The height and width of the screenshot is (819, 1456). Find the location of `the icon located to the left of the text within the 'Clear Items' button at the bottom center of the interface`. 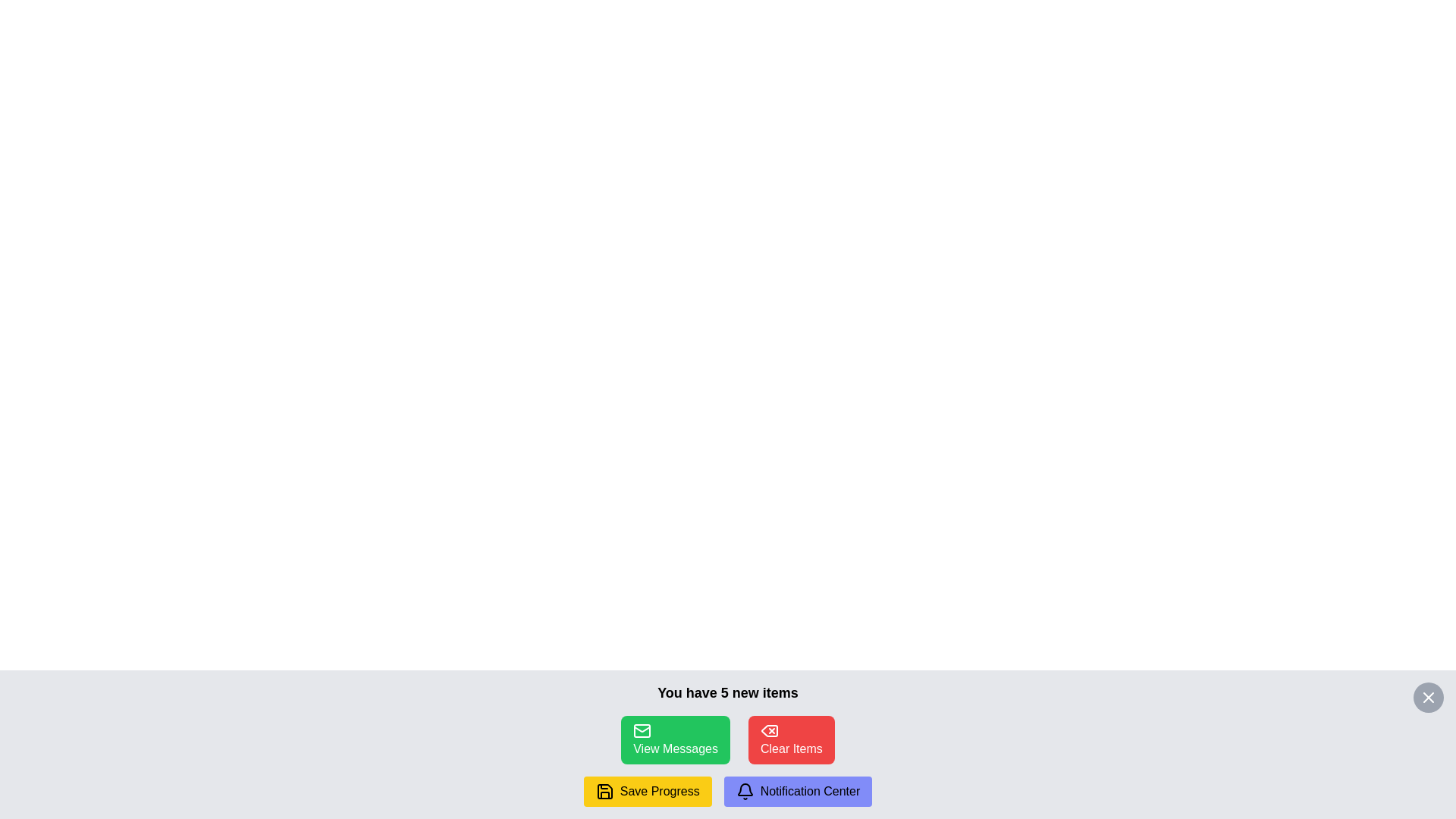

the icon located to the left of the text within the 'Clear Items' button at the bottom center of the interface is located at coordinates (769, 730).